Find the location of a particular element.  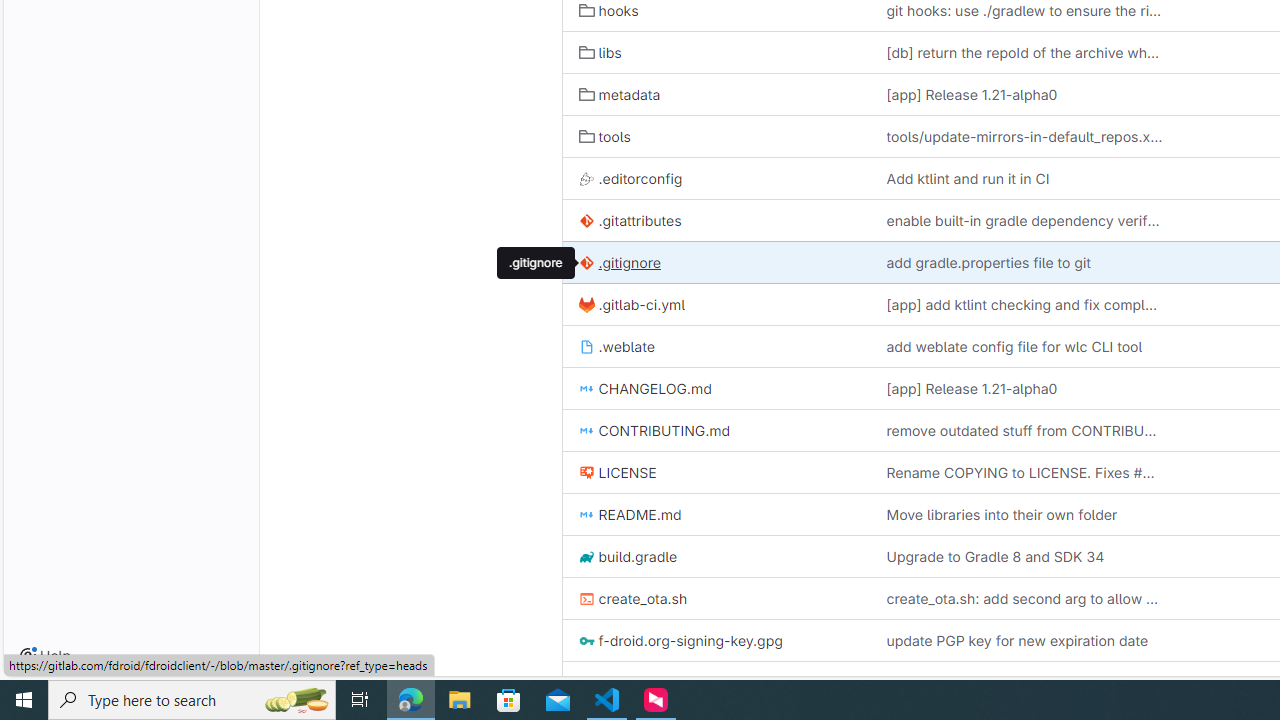

'create_ota.sh' is located at coordinates (716, 597).